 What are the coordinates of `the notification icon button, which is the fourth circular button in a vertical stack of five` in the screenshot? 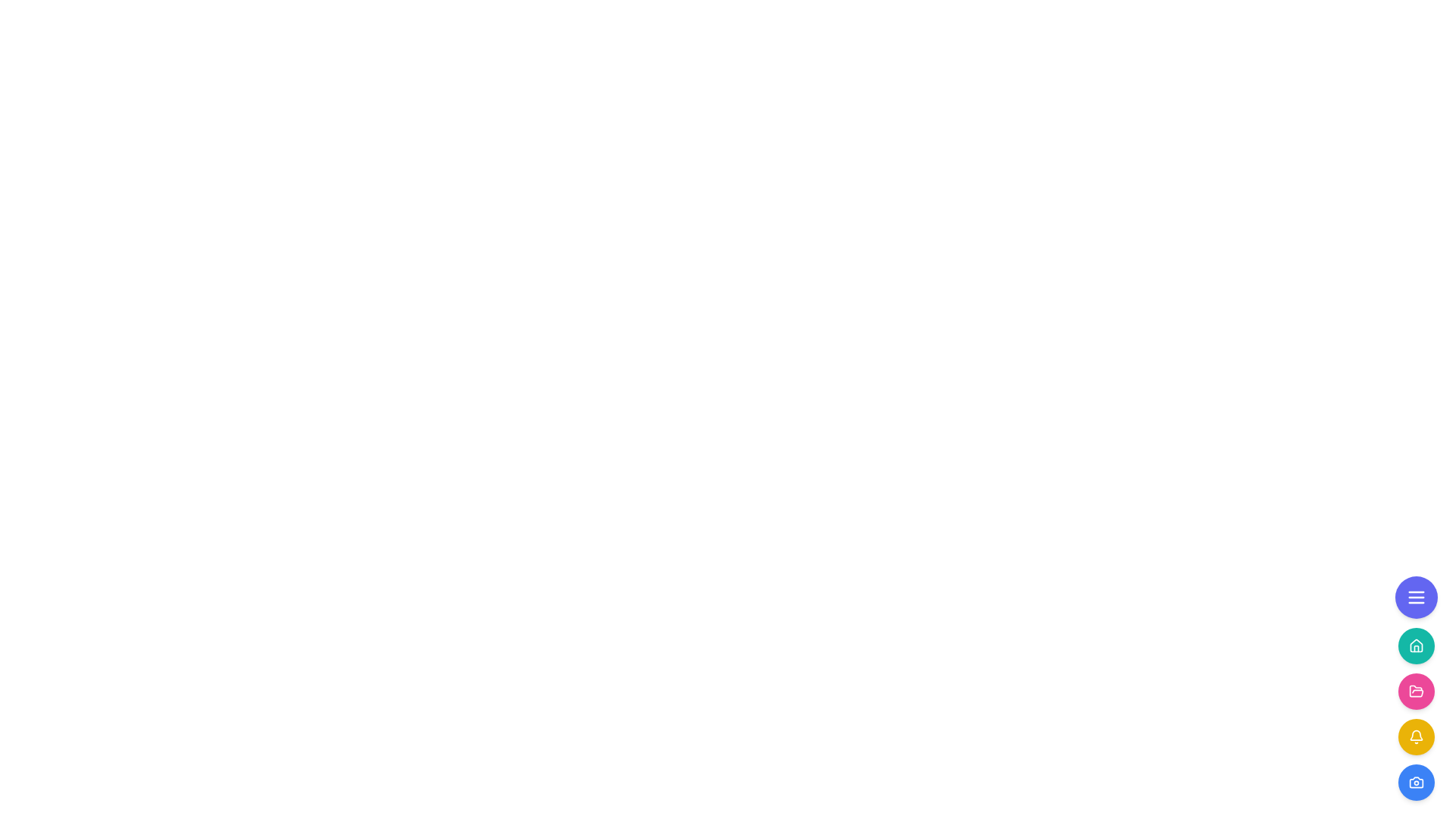 It's located at (1415, 736).